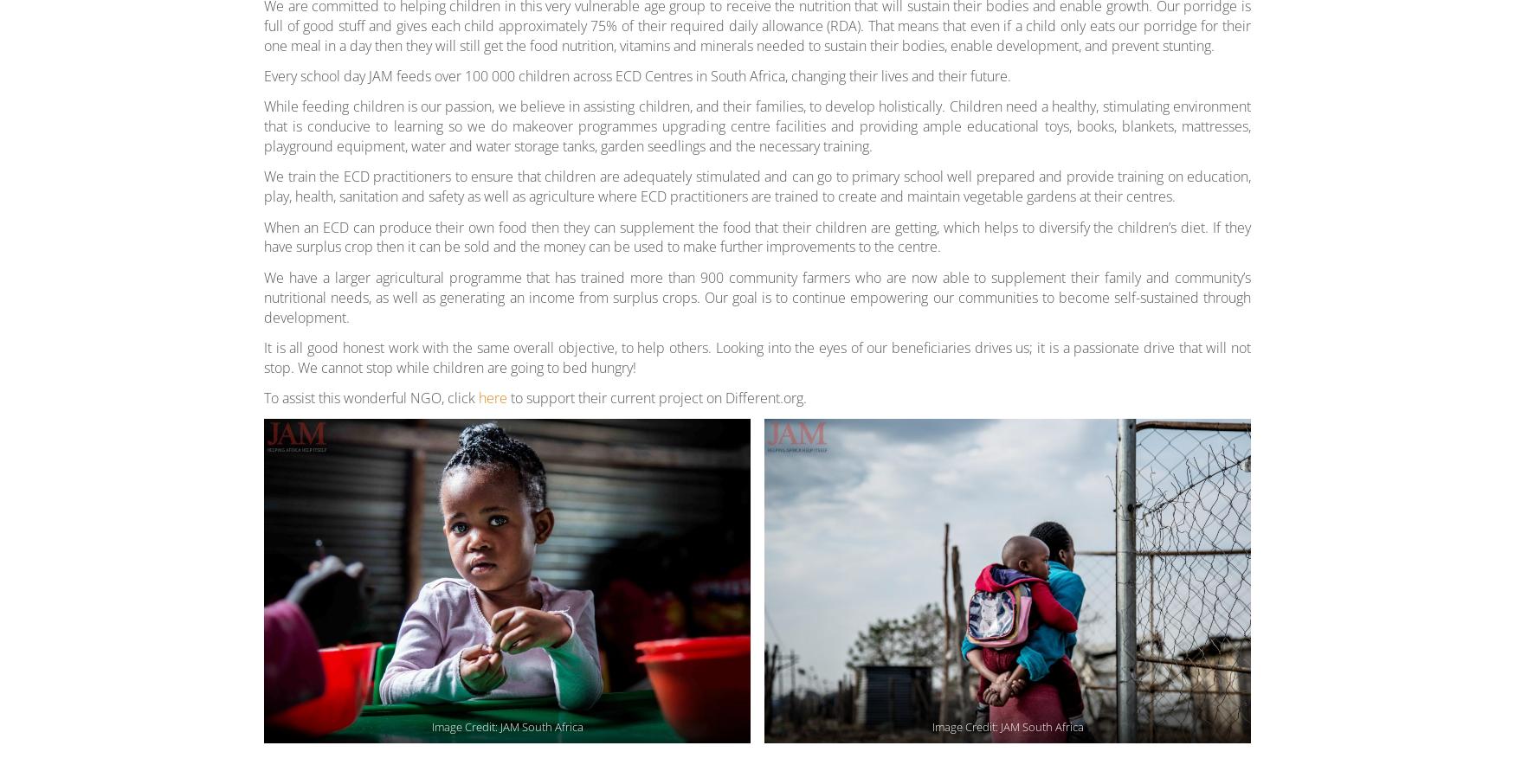 The height and width of the screenshot is (784, 1515). I want to click on 'here', so click(493, 396).